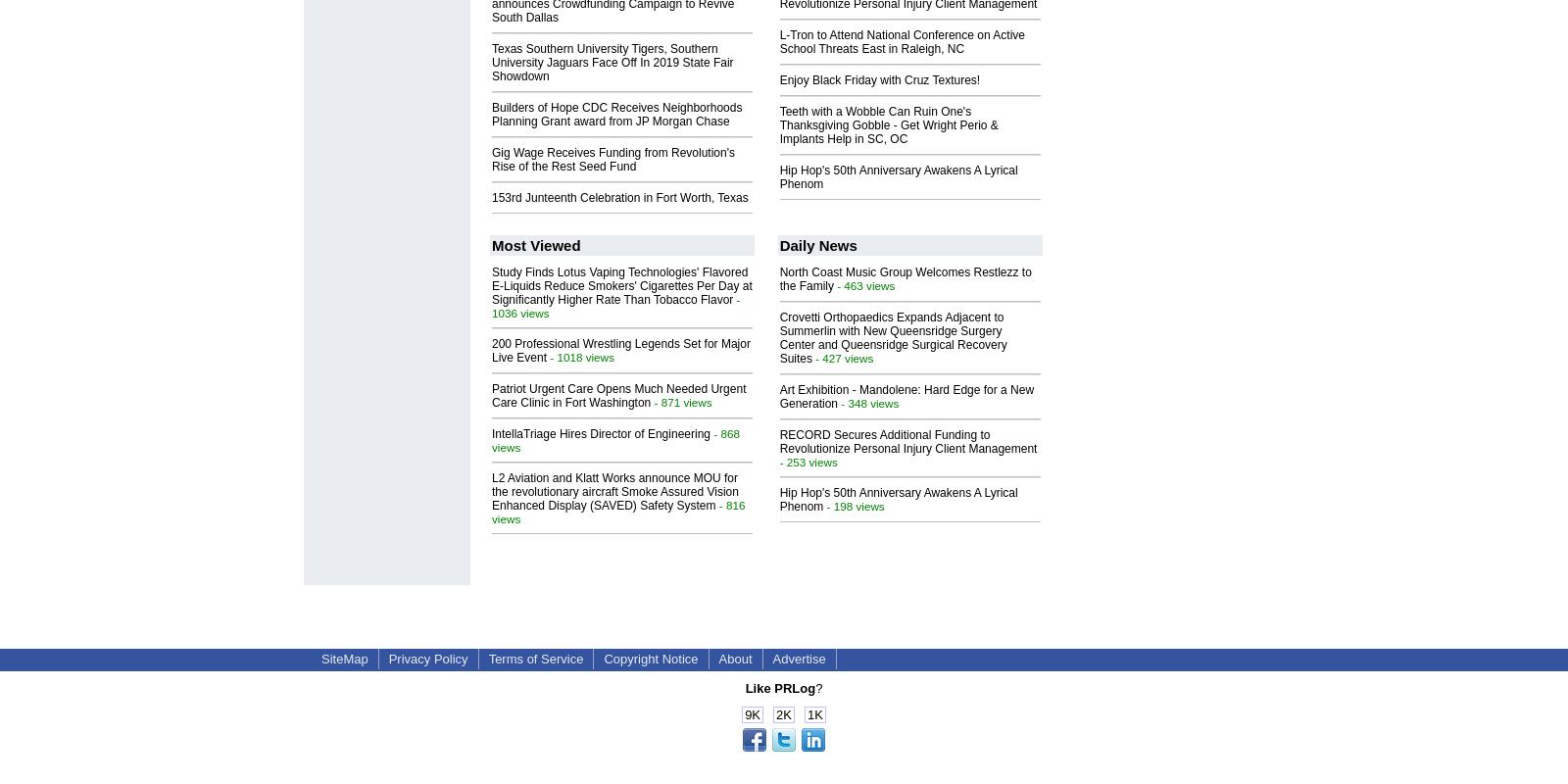  What do you see at coordinates (753, 713) in the screenshot?
I see `'9K'` at bounding box center [753, 713].